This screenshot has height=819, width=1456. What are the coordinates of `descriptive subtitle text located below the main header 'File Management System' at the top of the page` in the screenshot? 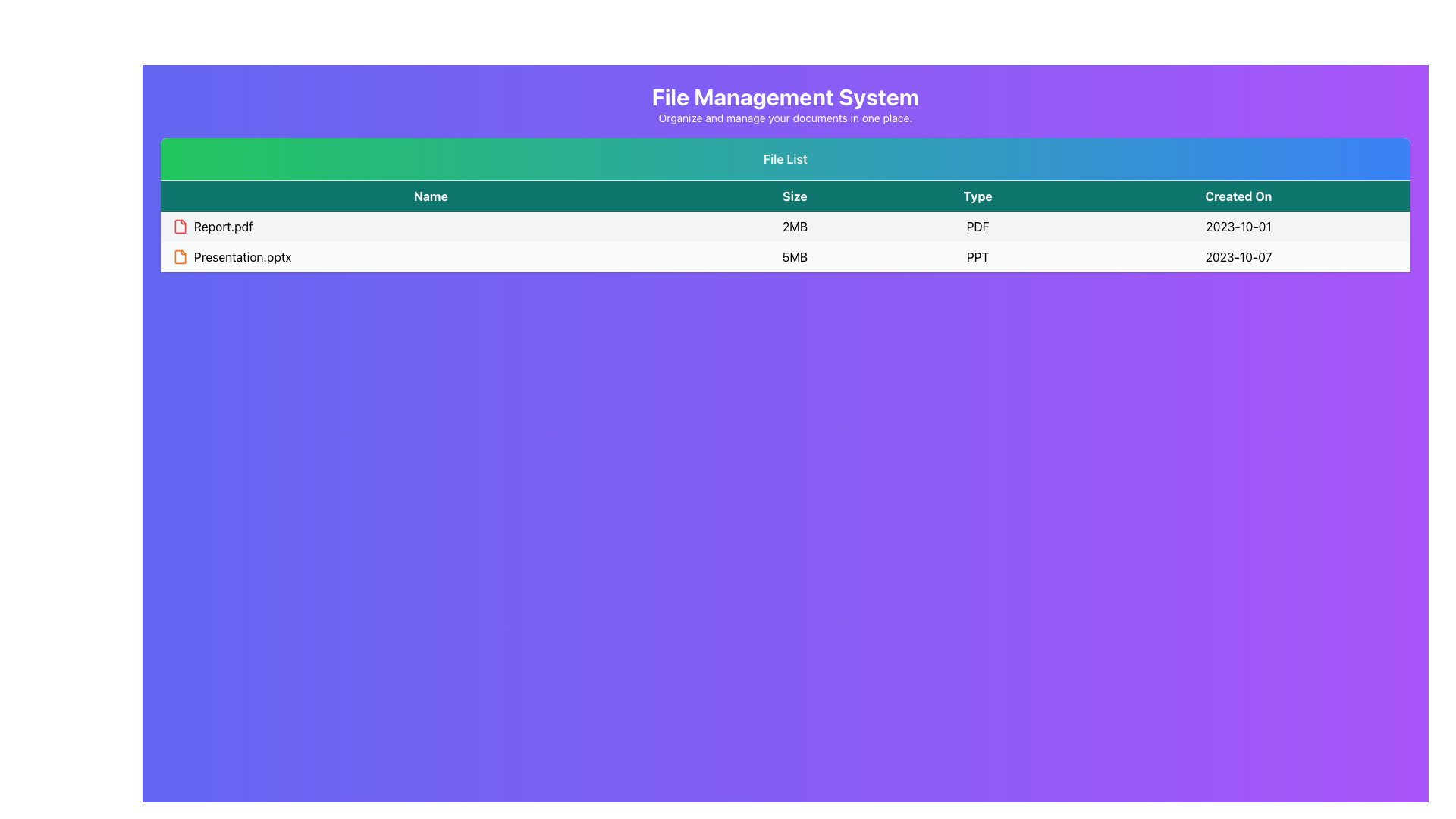 It's located at (786, 117).